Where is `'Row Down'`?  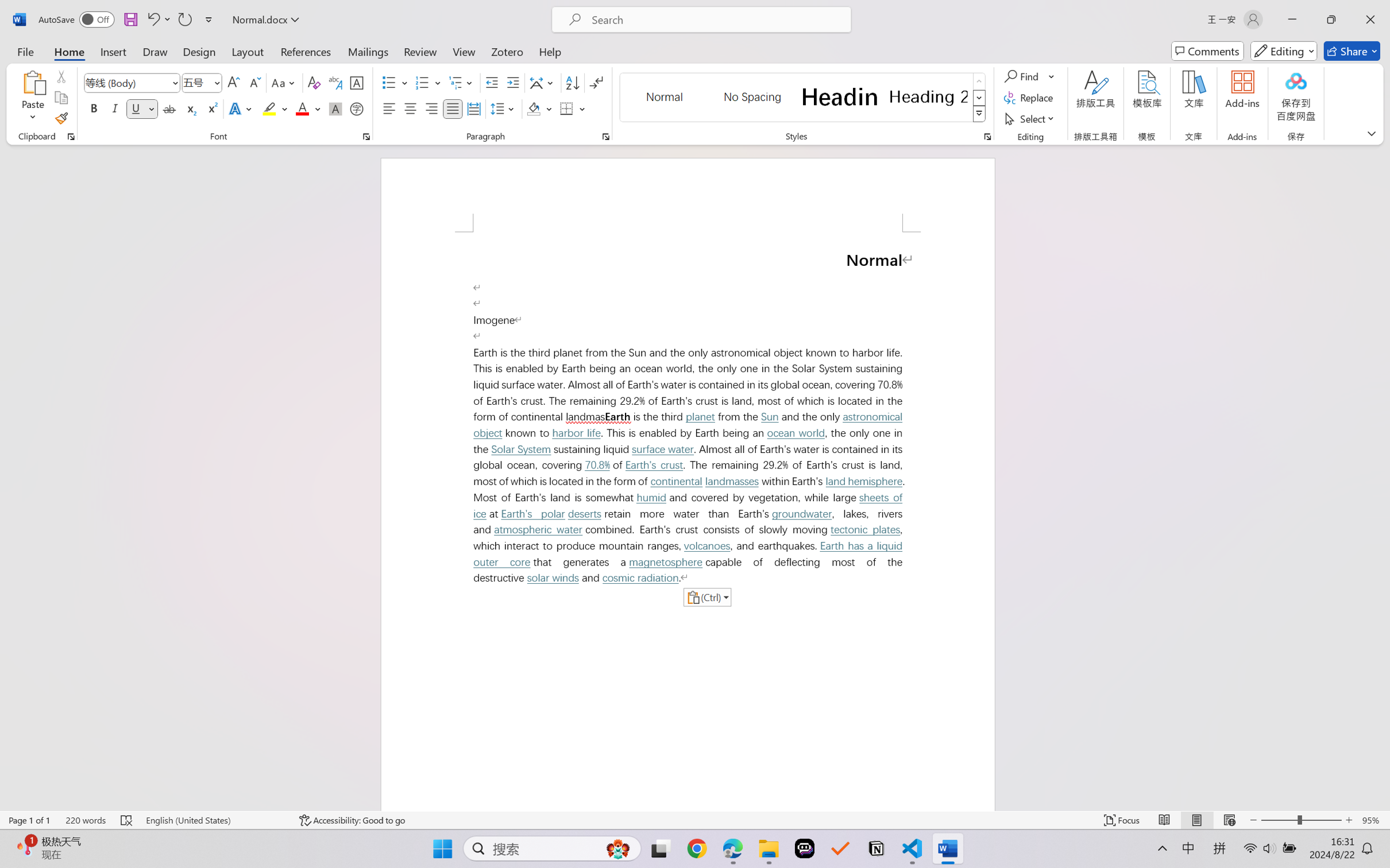
'Row Down' is located at coordinates (978, 98).